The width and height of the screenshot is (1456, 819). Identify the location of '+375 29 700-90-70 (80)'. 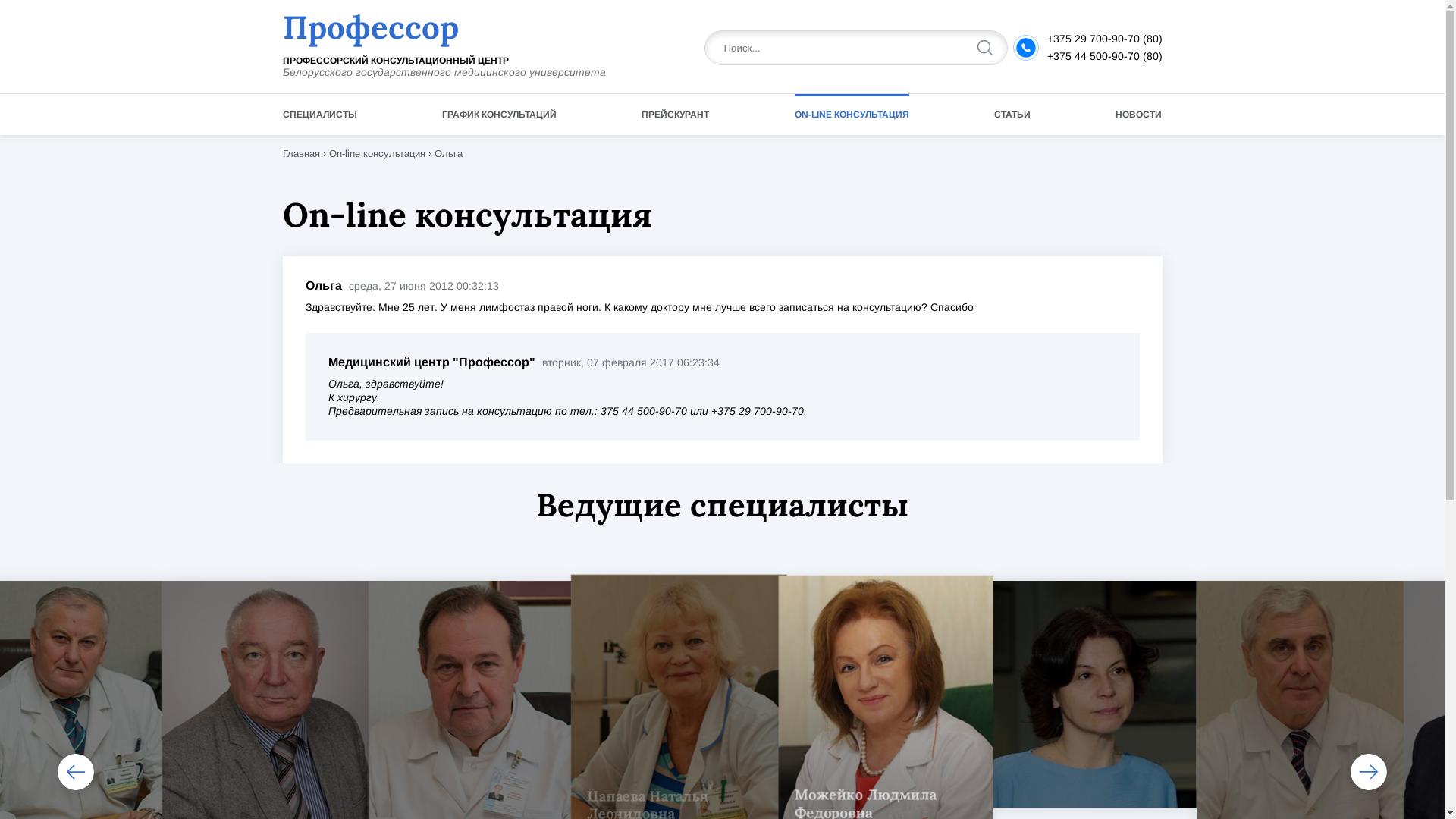
(1103, 37).